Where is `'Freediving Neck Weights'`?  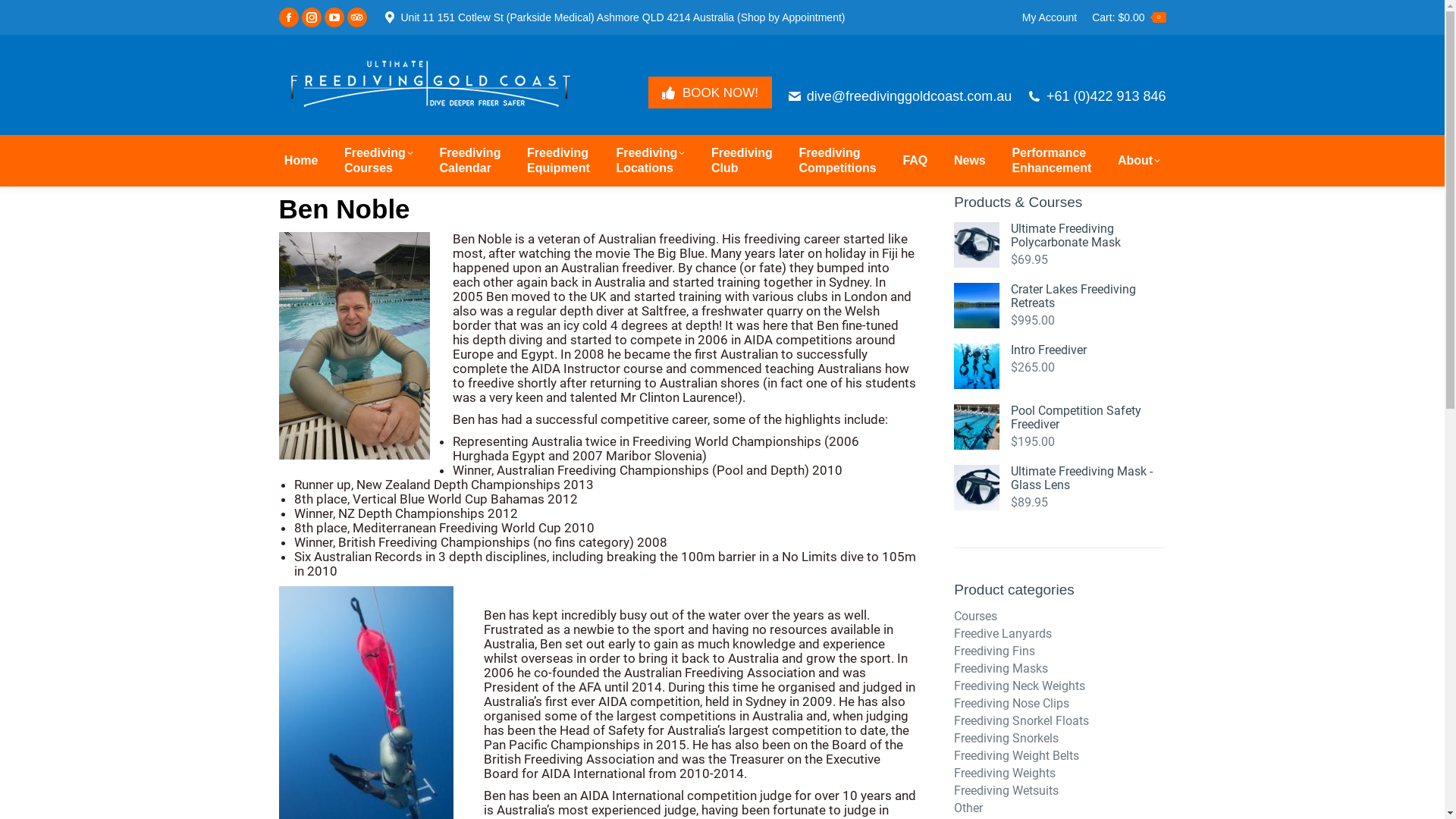 'Freediving Neck Weights' is located at coordinates (1019, 686).